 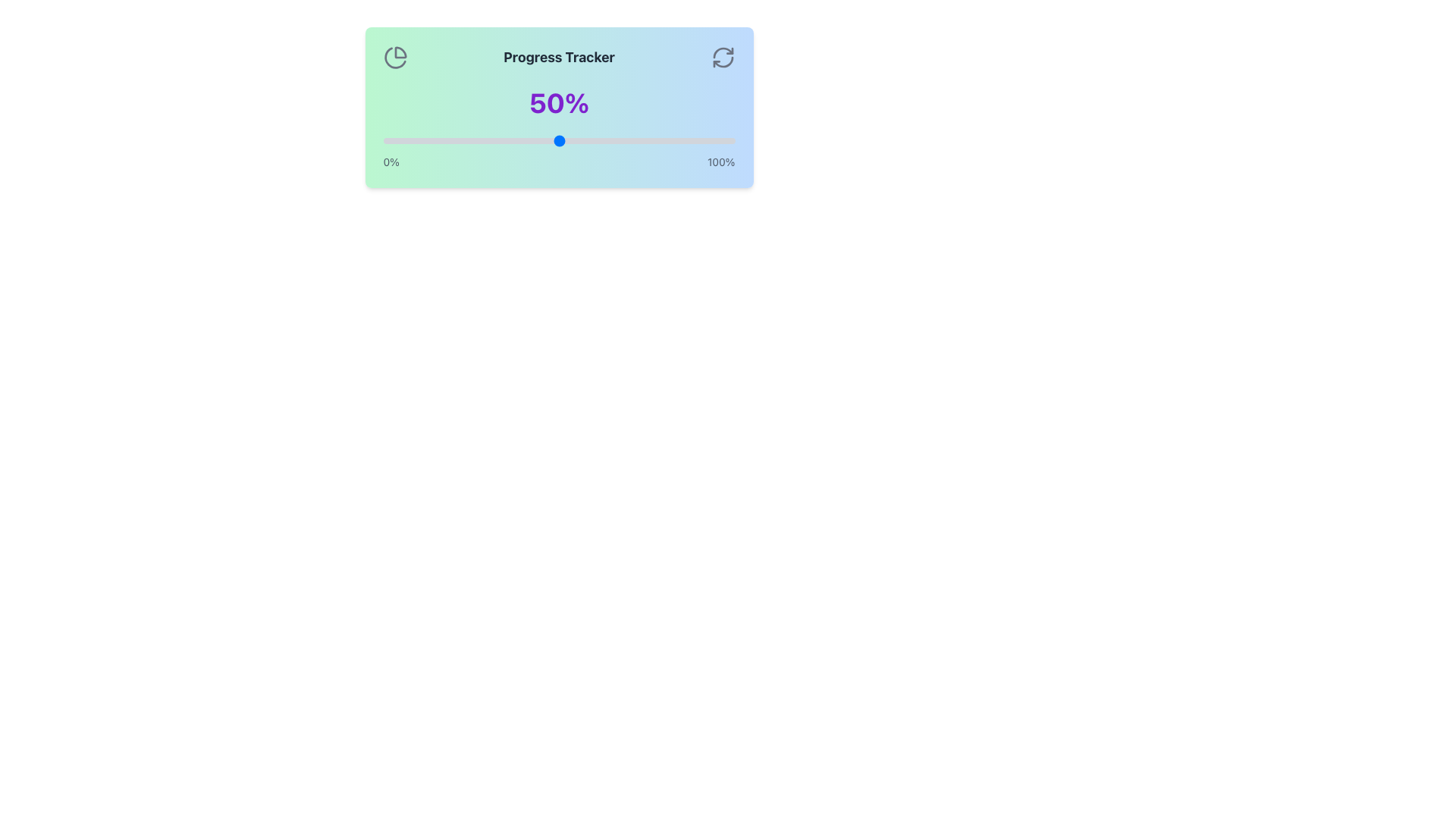 What do you see at coordinates (425, 140) in the screenshot?
I see `the progress tracker value` at bounding box center [425, 140].